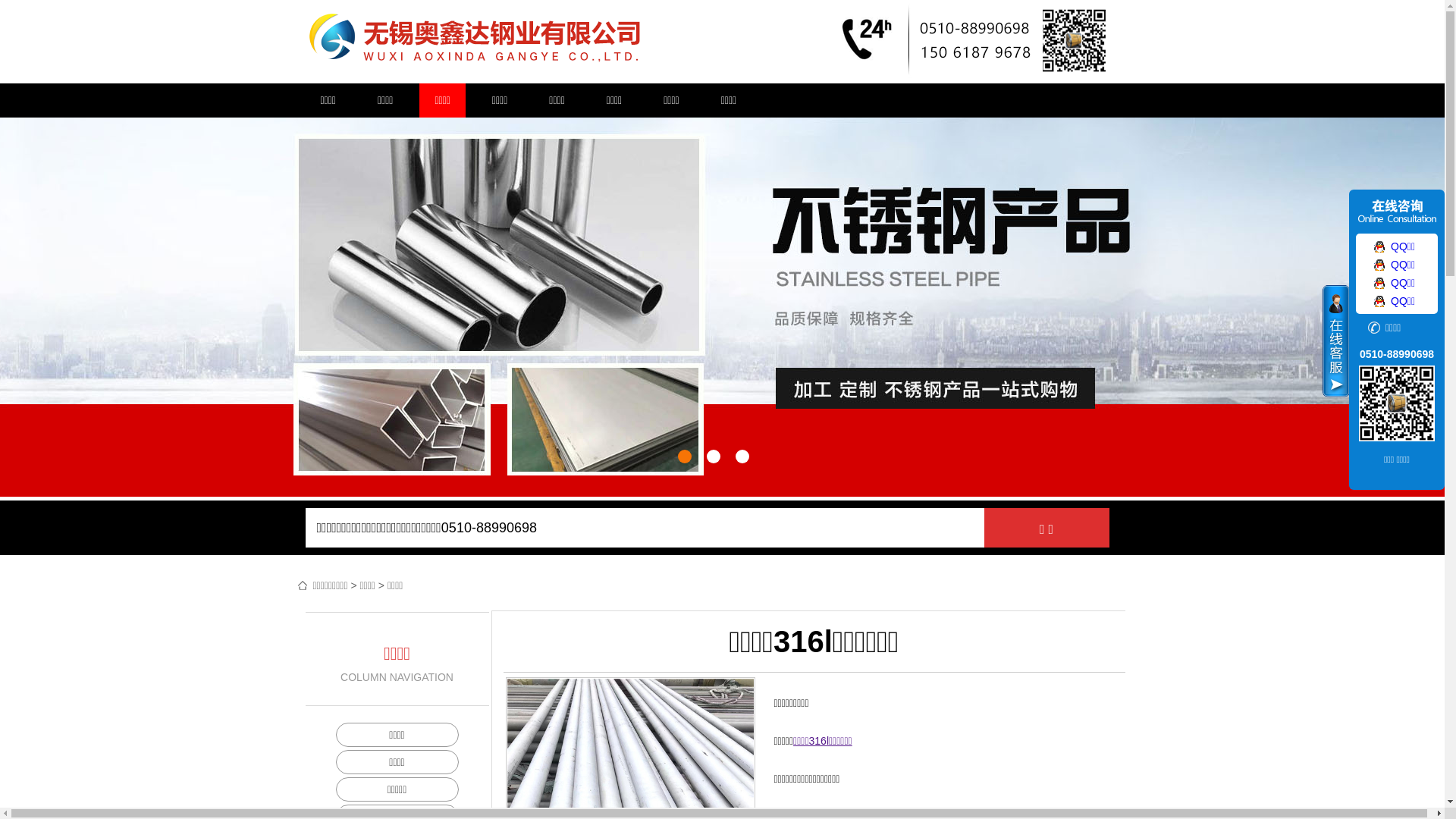  I want to click on '2', so click(712, 455).